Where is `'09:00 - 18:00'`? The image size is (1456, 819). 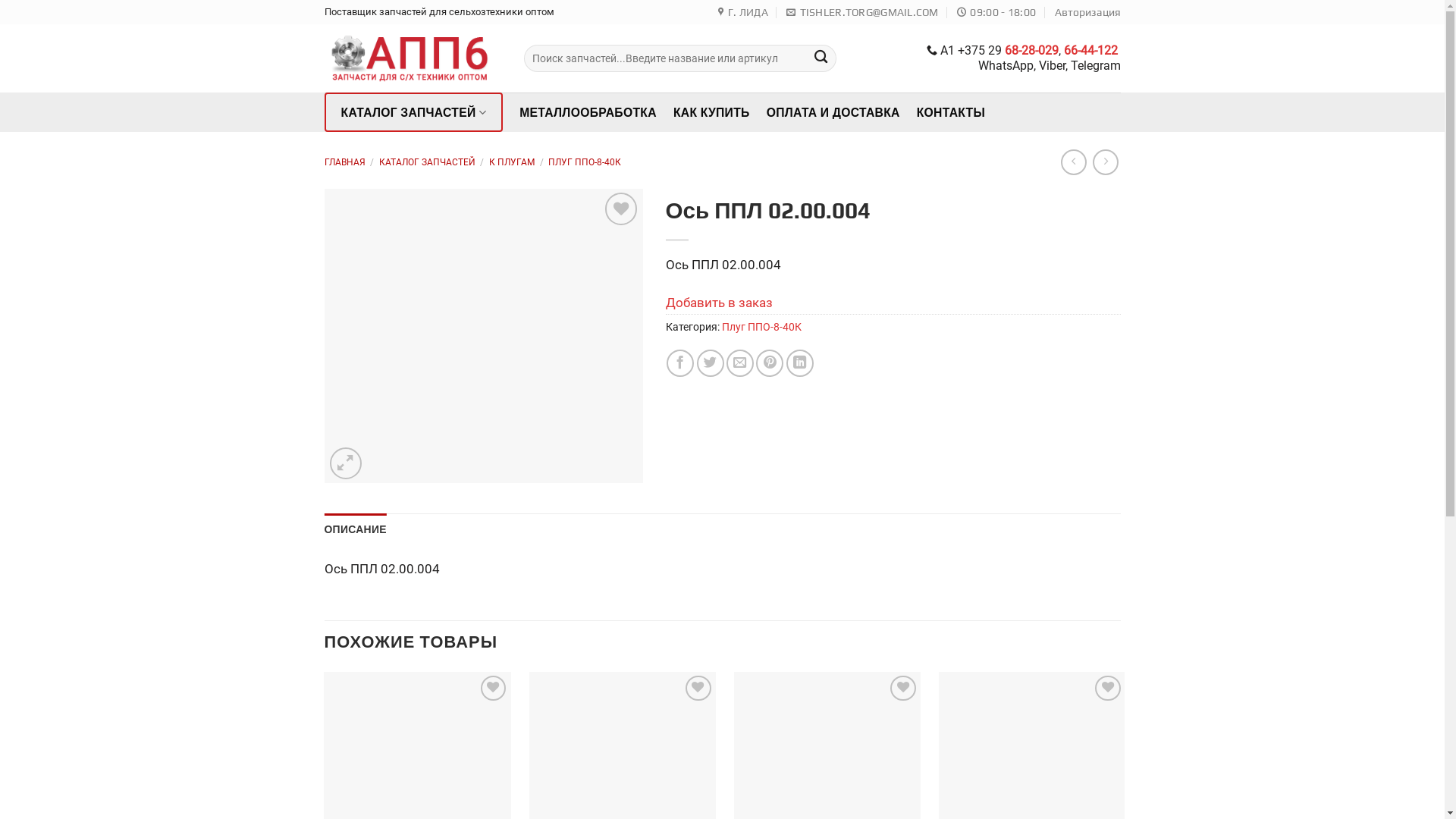
'09:00 - 18:00' is located at coordinates (956, 11).